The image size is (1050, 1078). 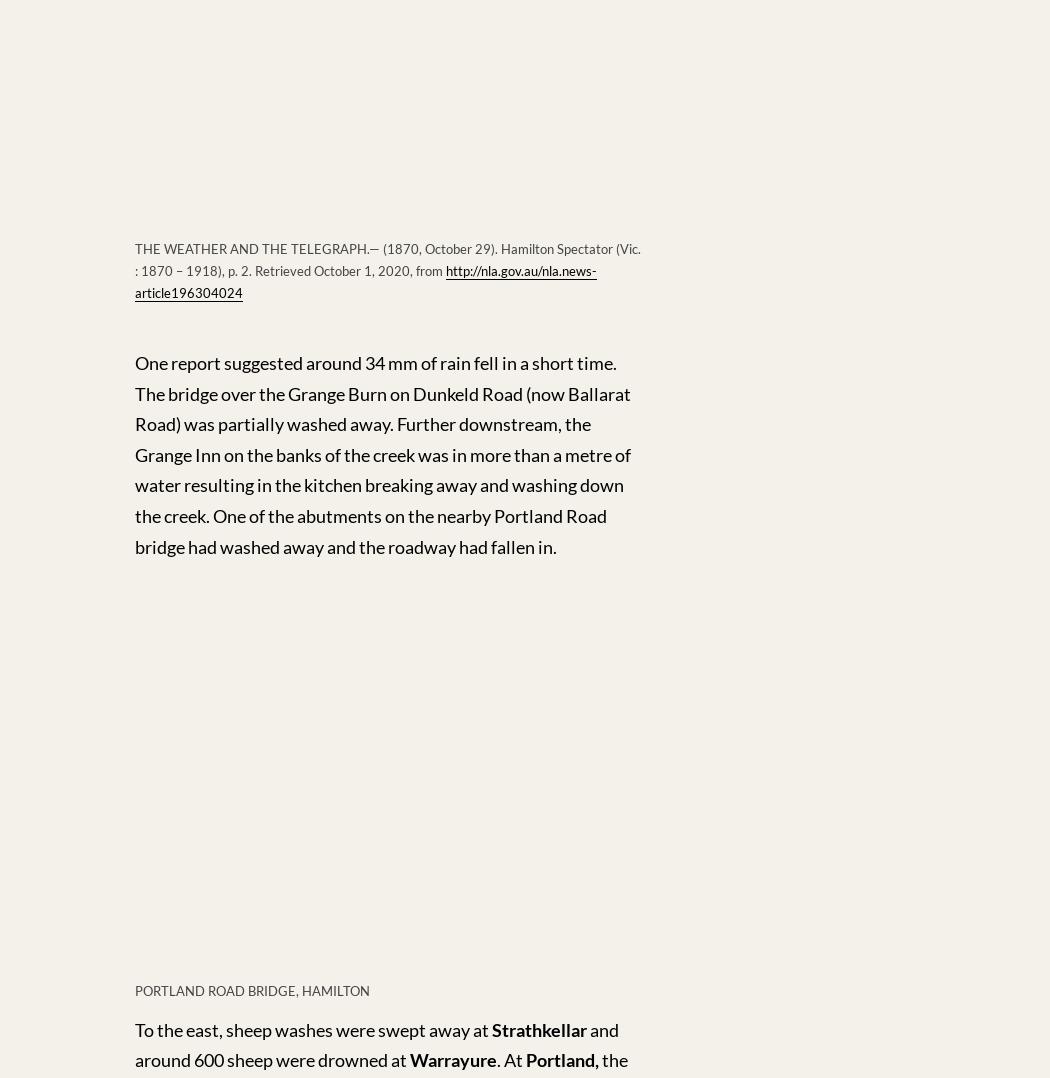 I want to click on 'Warrayure', so click(x=453, y=1059).